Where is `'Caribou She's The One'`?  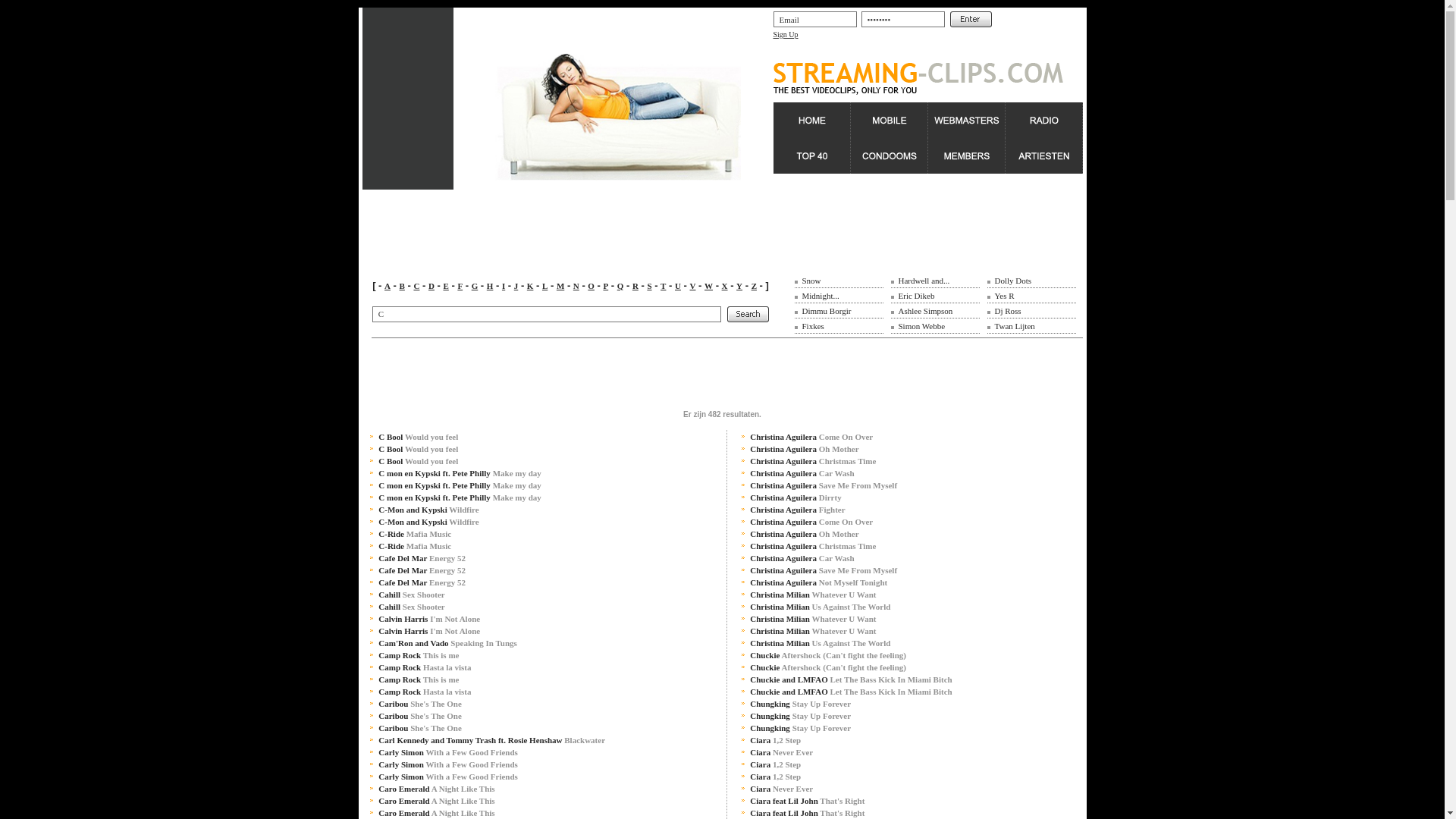
'Caribou She's The One' is located at coordinates (419, 704).